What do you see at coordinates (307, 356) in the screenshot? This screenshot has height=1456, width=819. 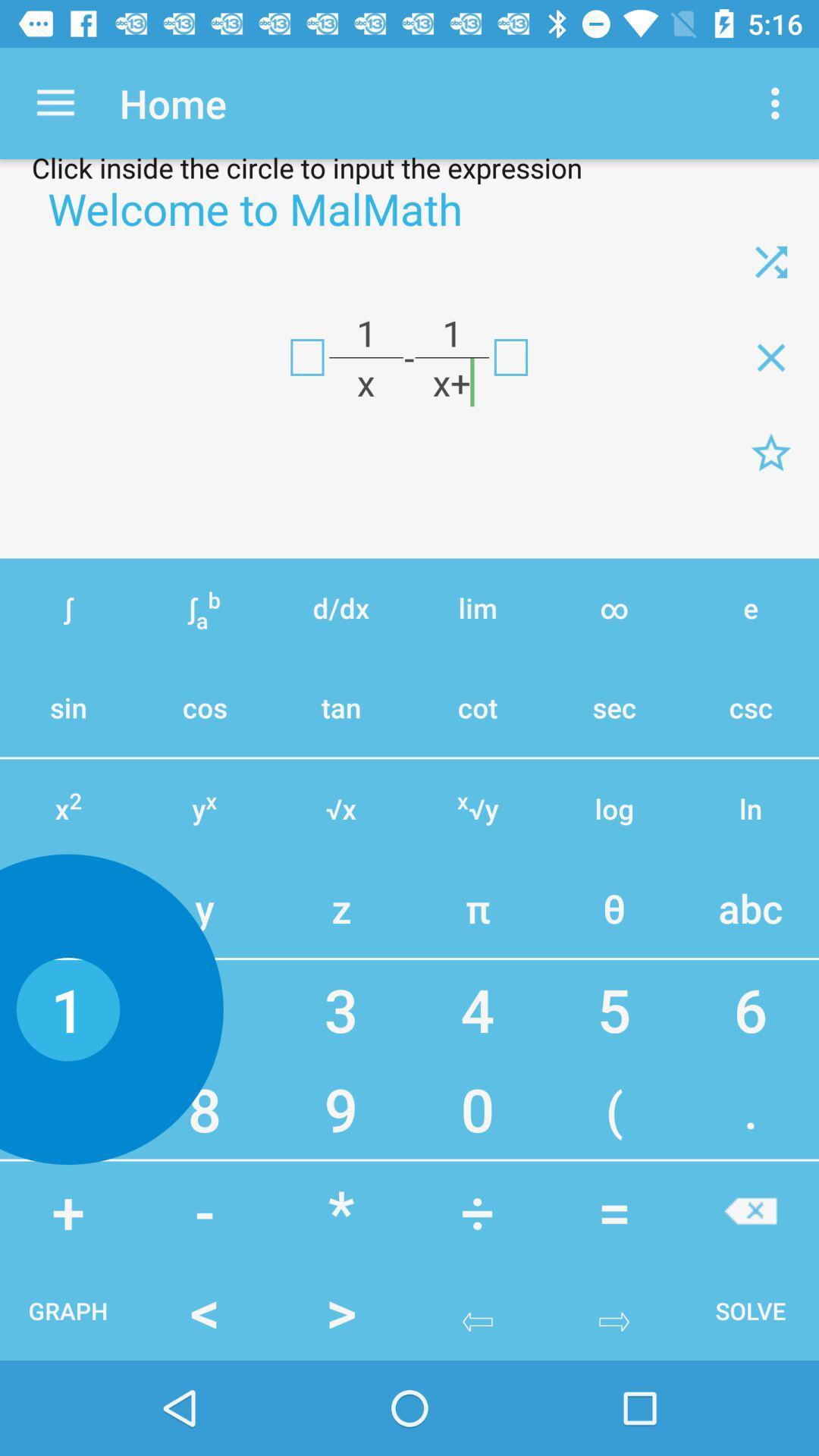 I see `insert mathematical variable field` at bounding box center [307, 356].